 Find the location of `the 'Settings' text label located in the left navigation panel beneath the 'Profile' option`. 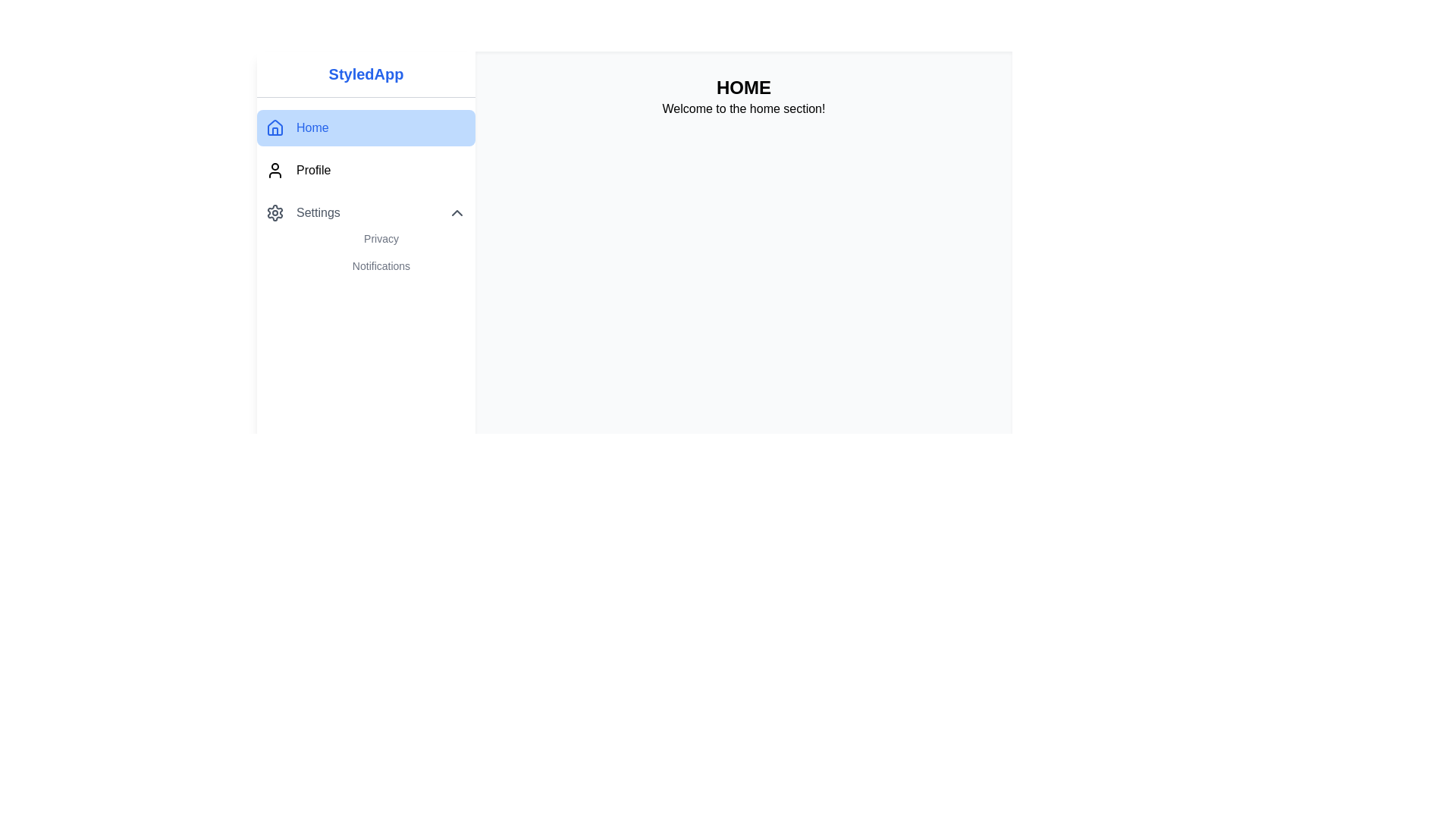

the 'Settings' text label located in the left navigation panel beneath the 'Profile' option is located at coordinates (317, 213).